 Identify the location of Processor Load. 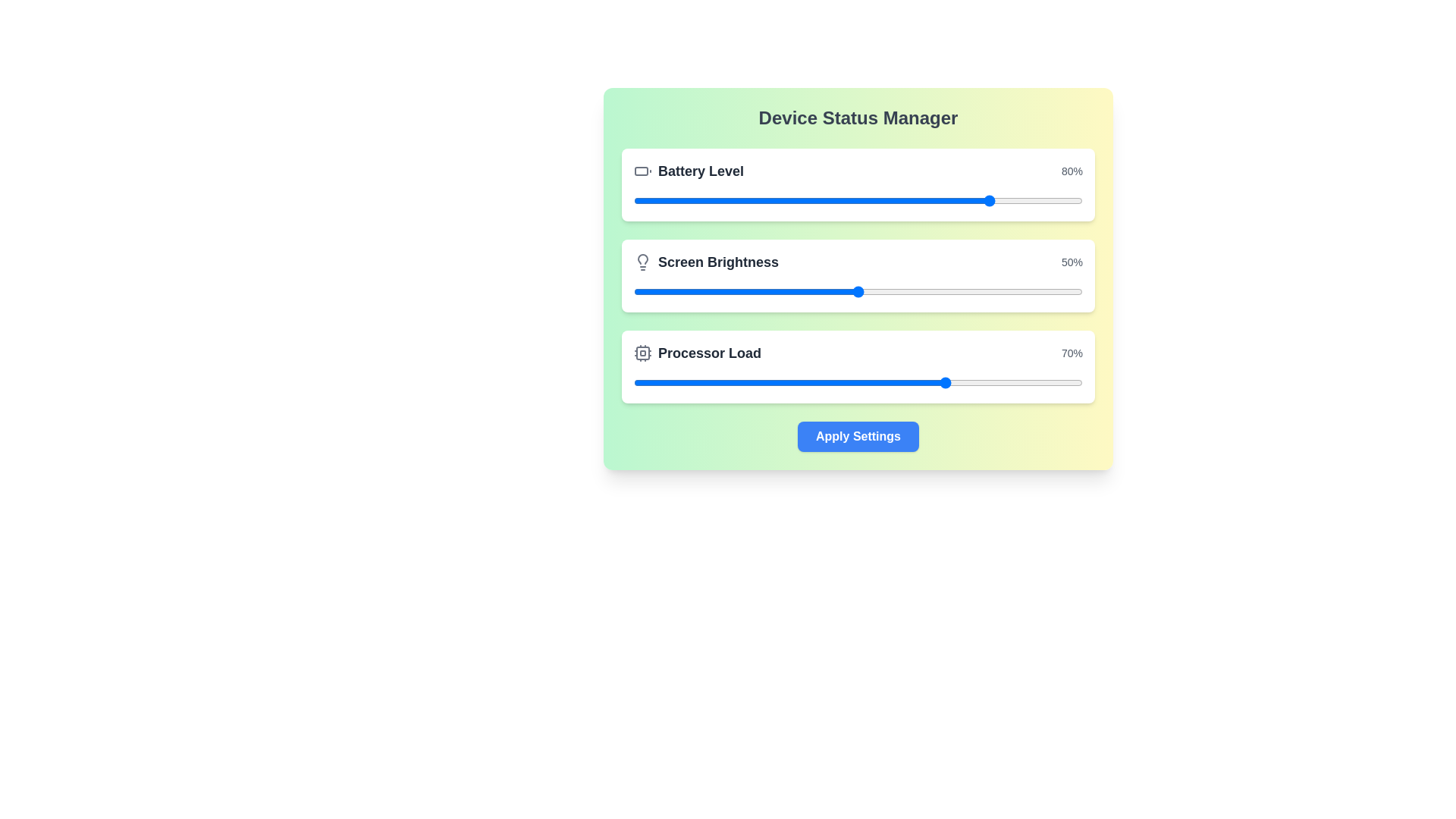
(1073, 382).